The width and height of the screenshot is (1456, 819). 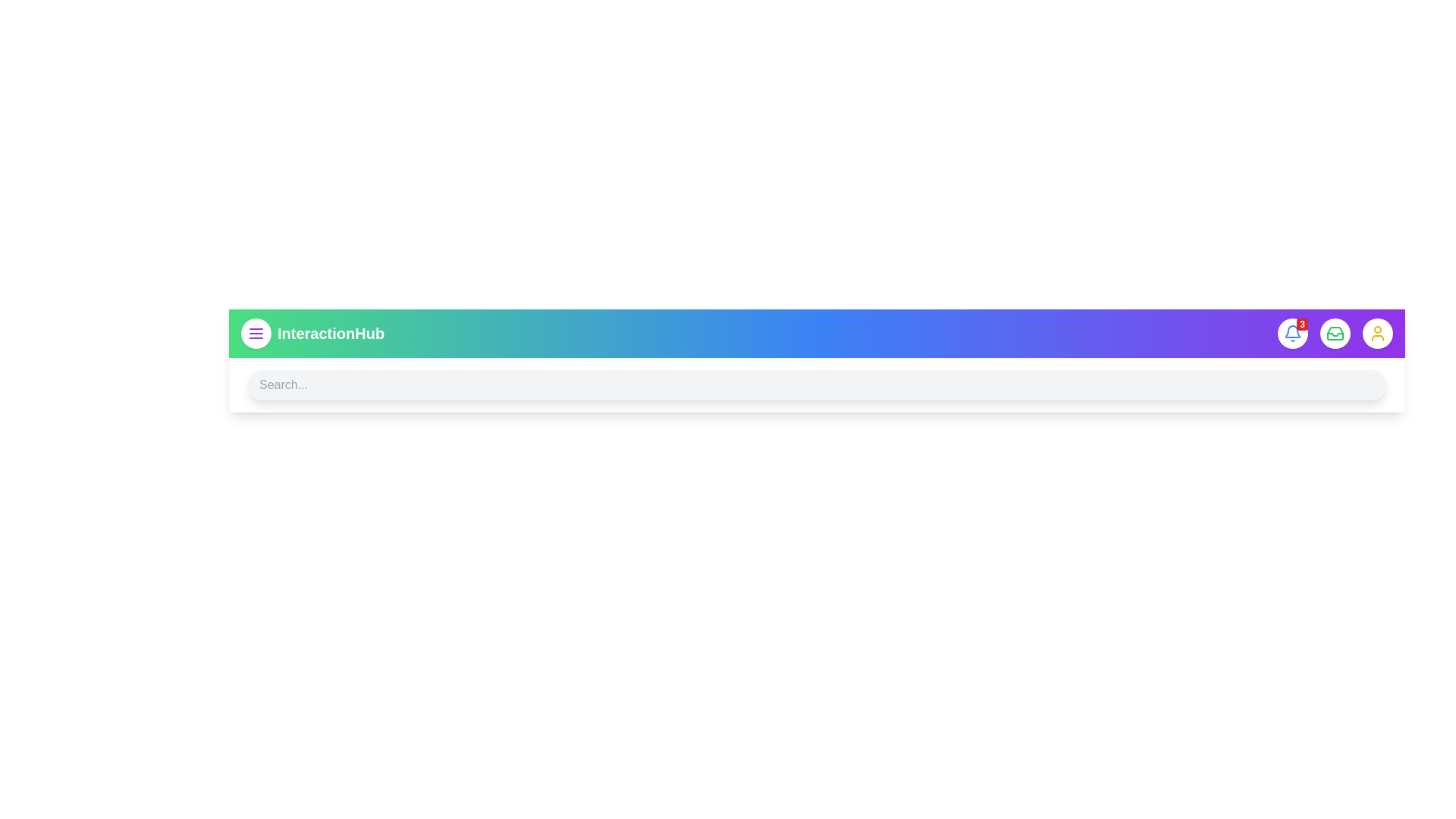 I want to click on the user icon to open the user profile, so click(x=1378, y=332).